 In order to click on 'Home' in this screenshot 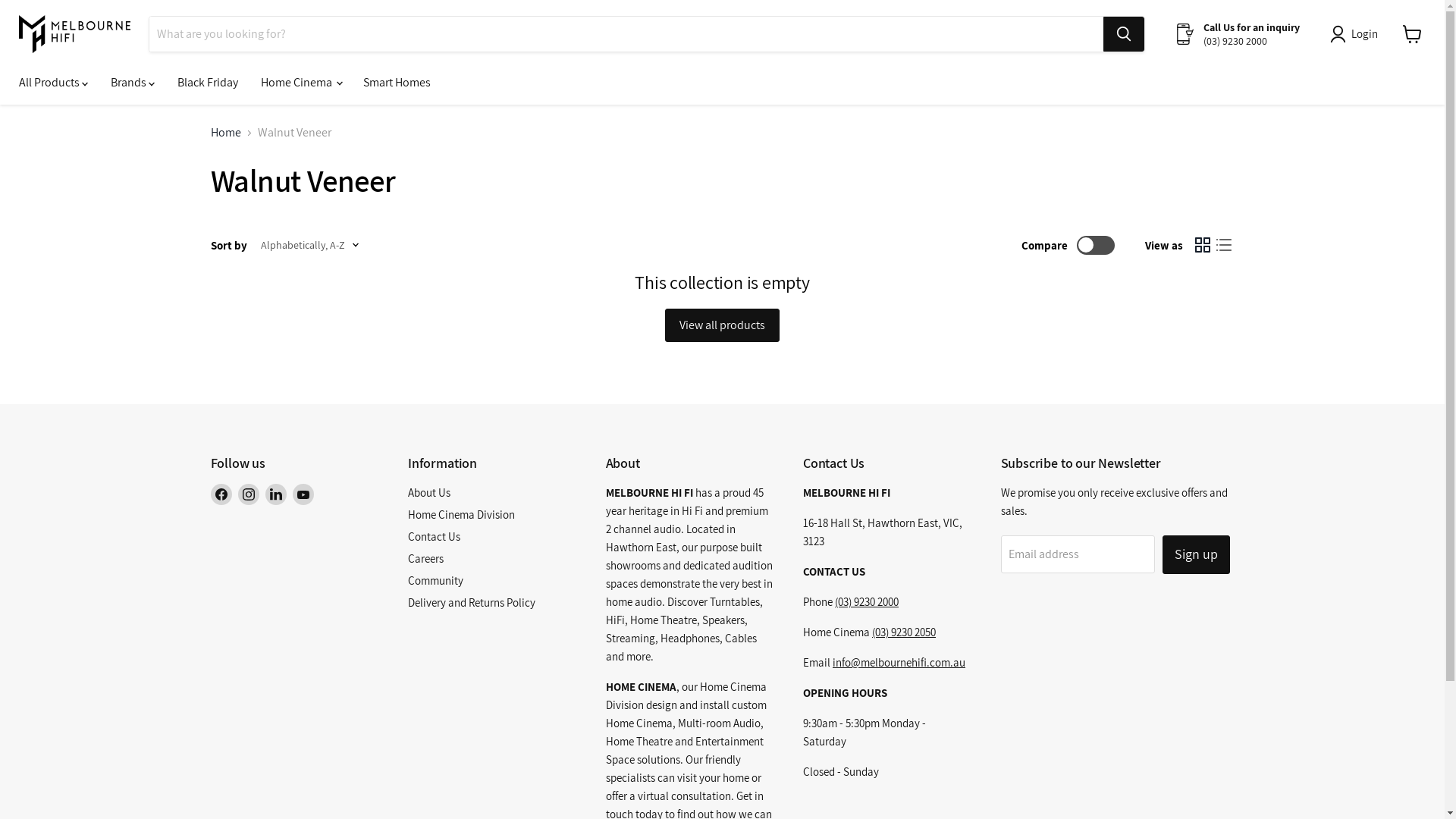, I will do `click(224, 131)`.